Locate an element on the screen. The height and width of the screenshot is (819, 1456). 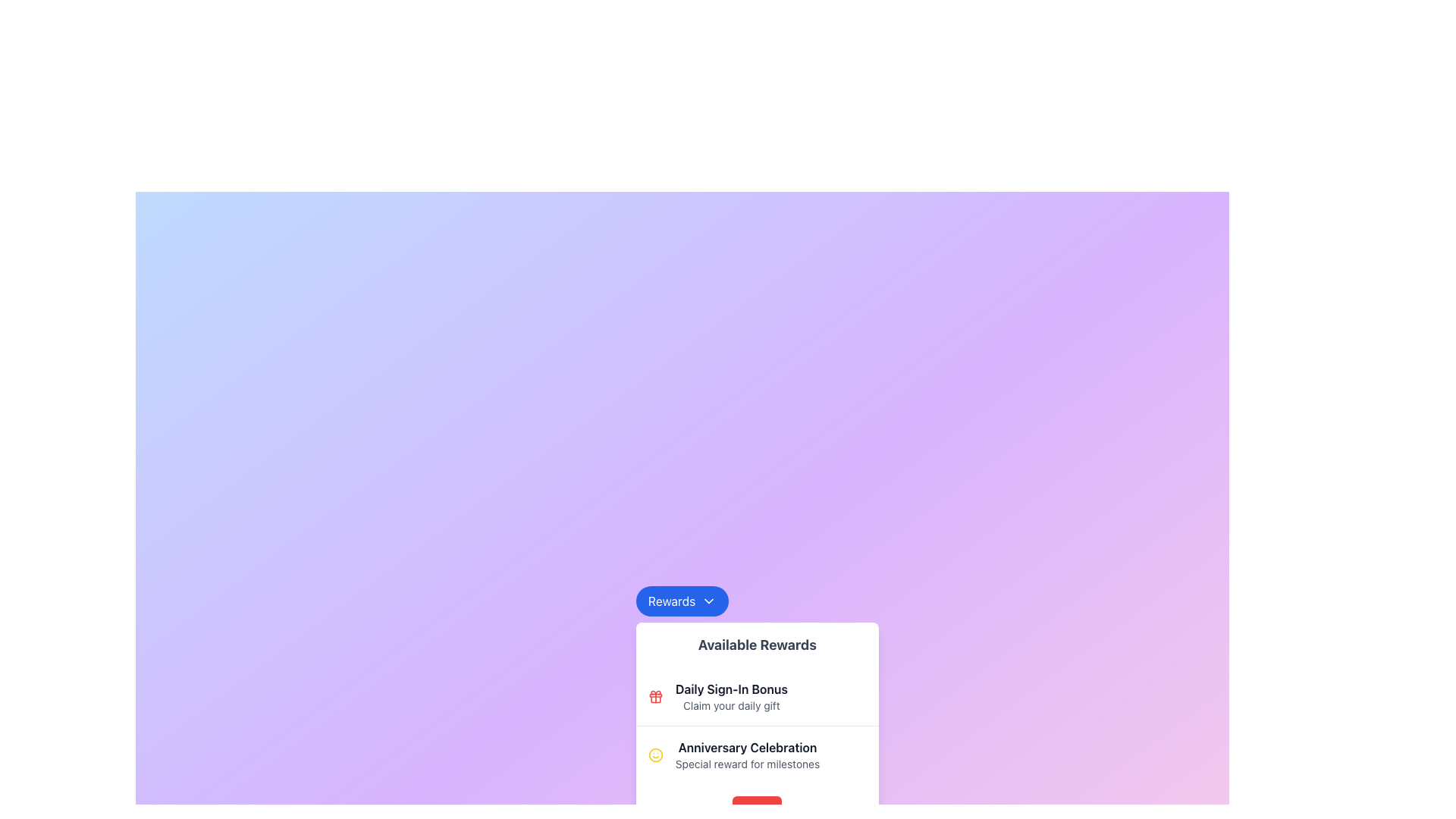
the 'Rewards' button is located at coordinates (682, 601).